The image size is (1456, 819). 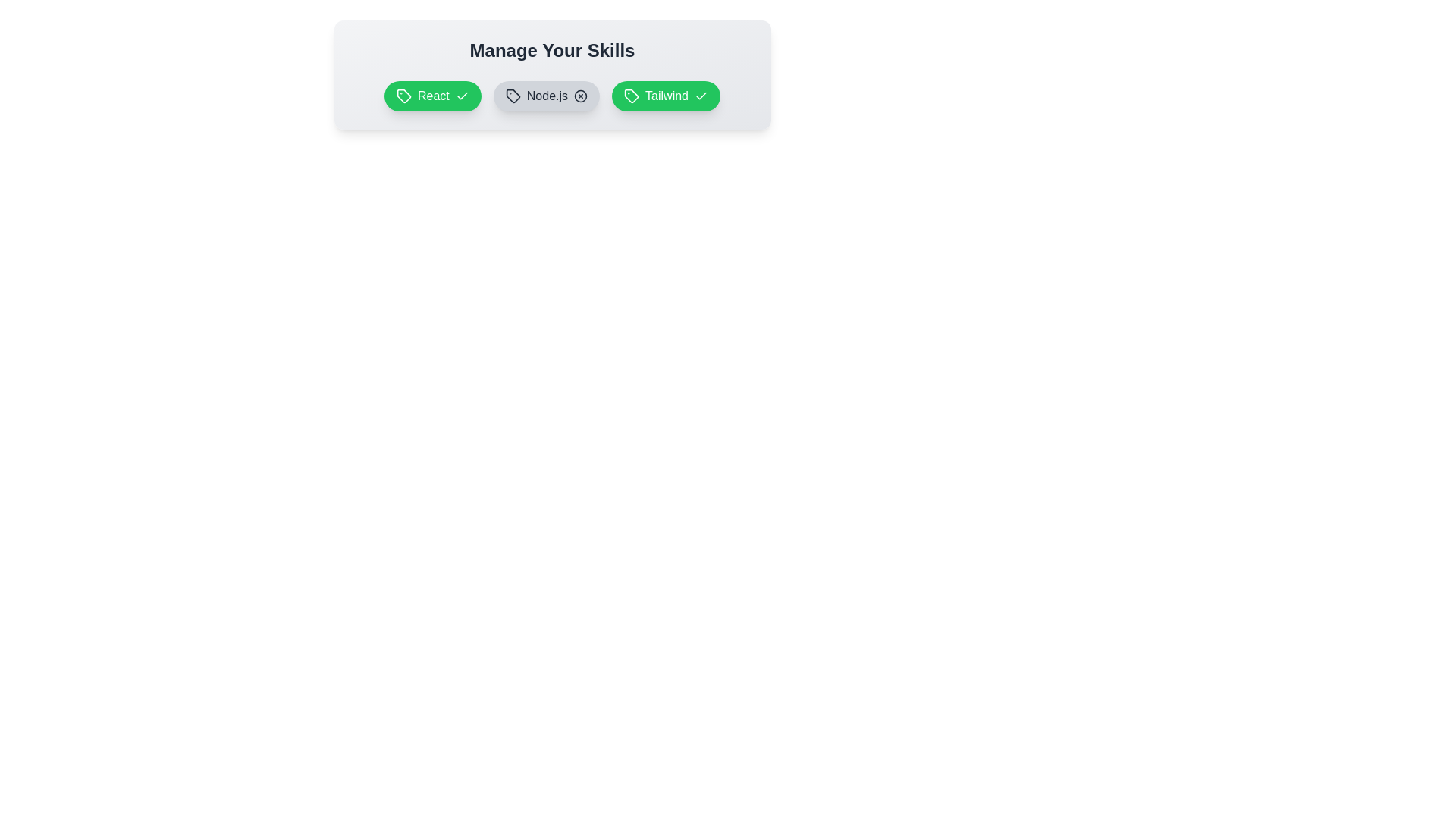 What do you see at coordinates (431, 96) in the screenshot?
I see `the skill tag for 'React' to observe the hover effect` at bounding box center [431, 96].